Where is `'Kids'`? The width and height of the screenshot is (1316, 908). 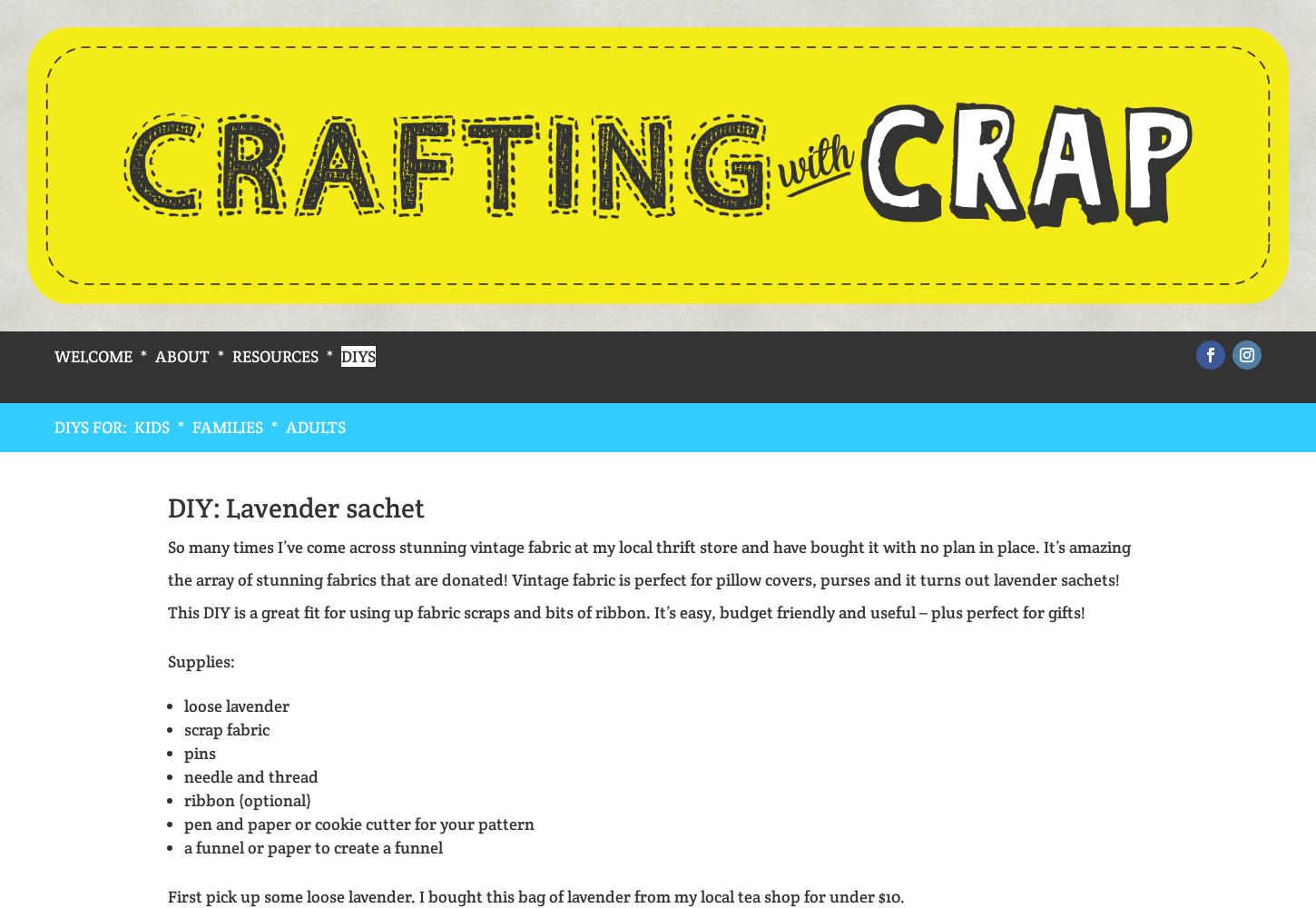 'Kids' is located at coordinates (133, 425).